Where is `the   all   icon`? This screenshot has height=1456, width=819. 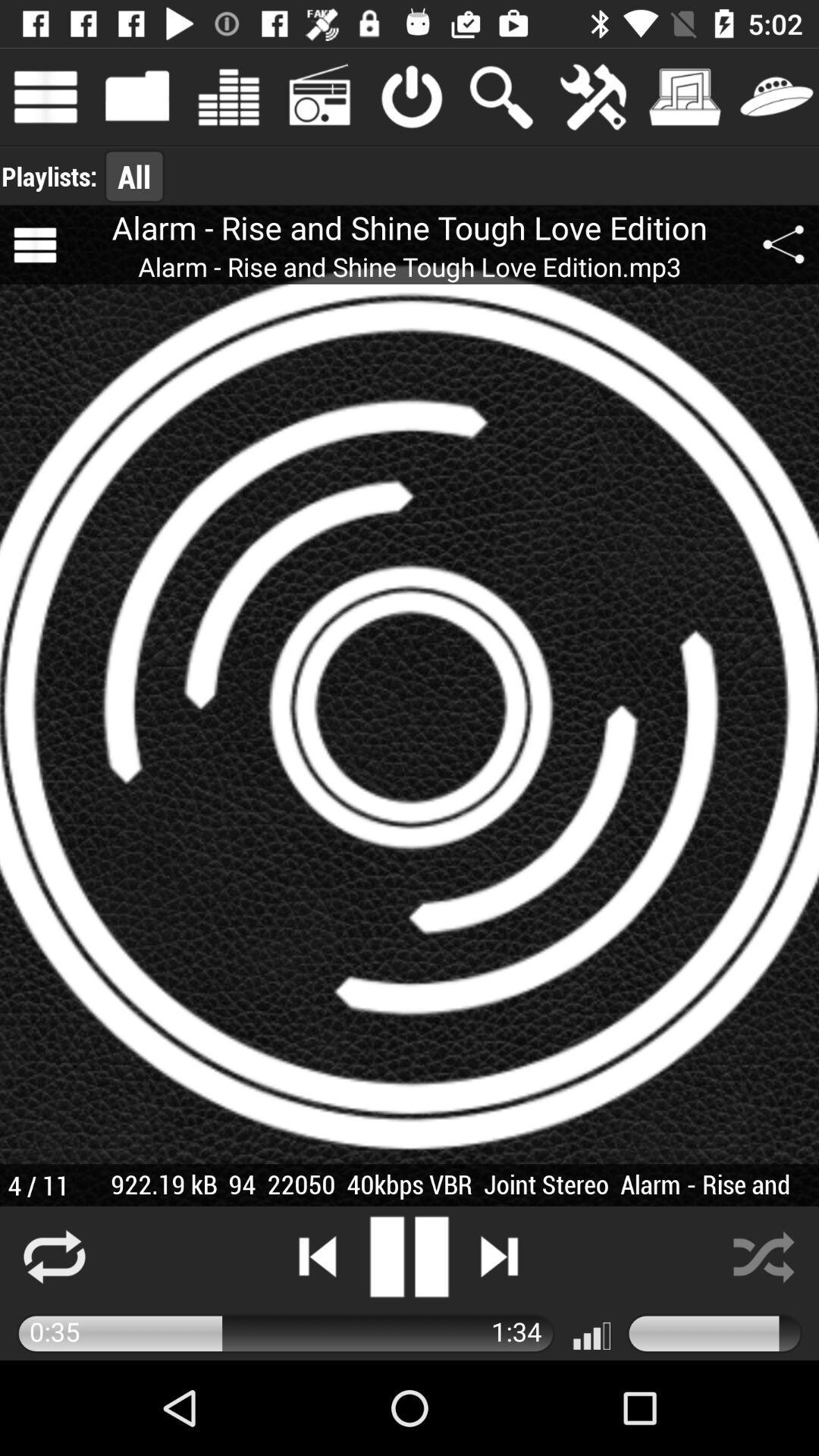 the   all   icon is located at coordinates (133, 176).